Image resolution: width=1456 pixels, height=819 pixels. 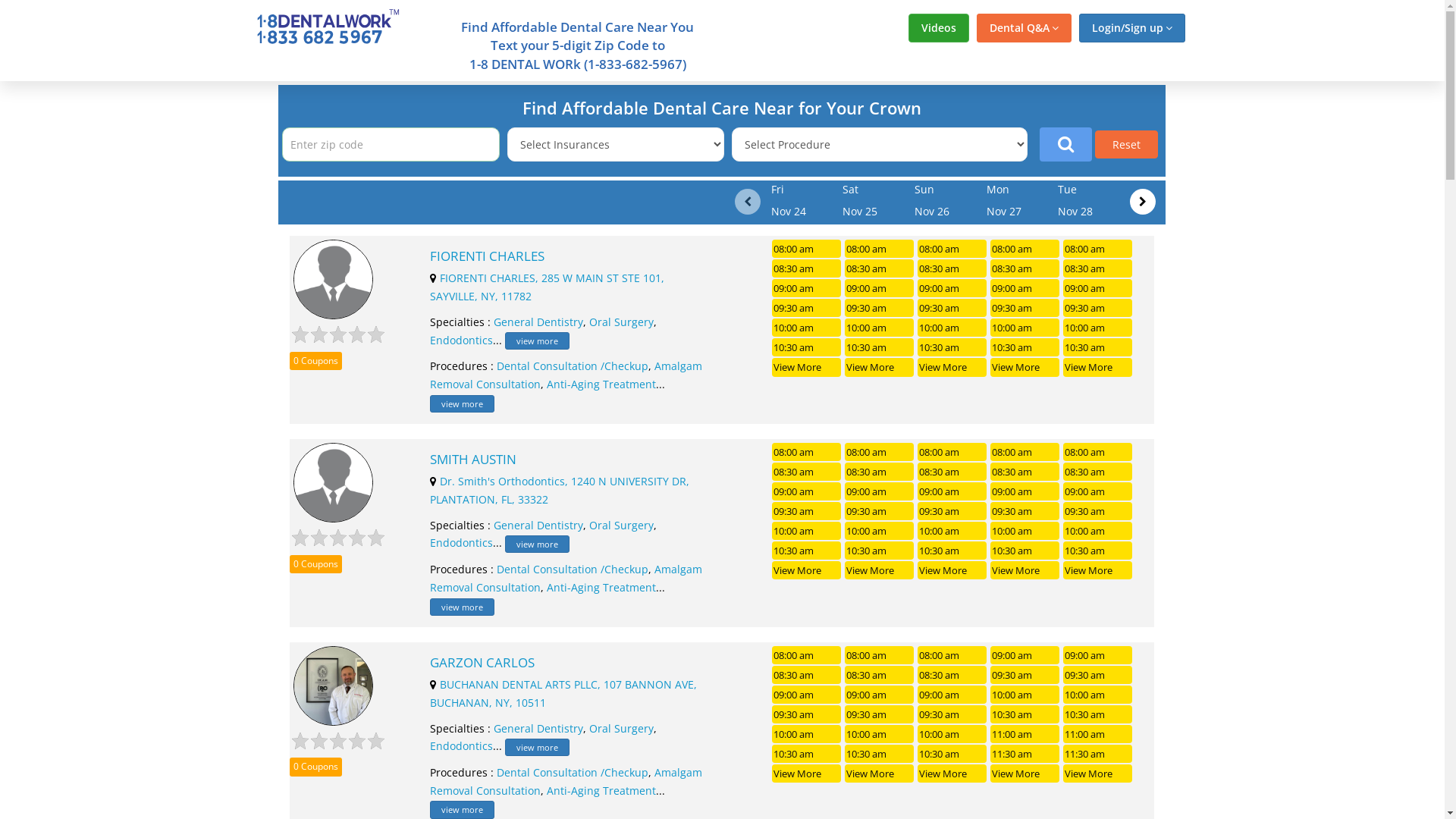 What do you see at coordinates (879, 268) in the screenshot?
I see `'08:30 am'` at bounding box center [879, 268].